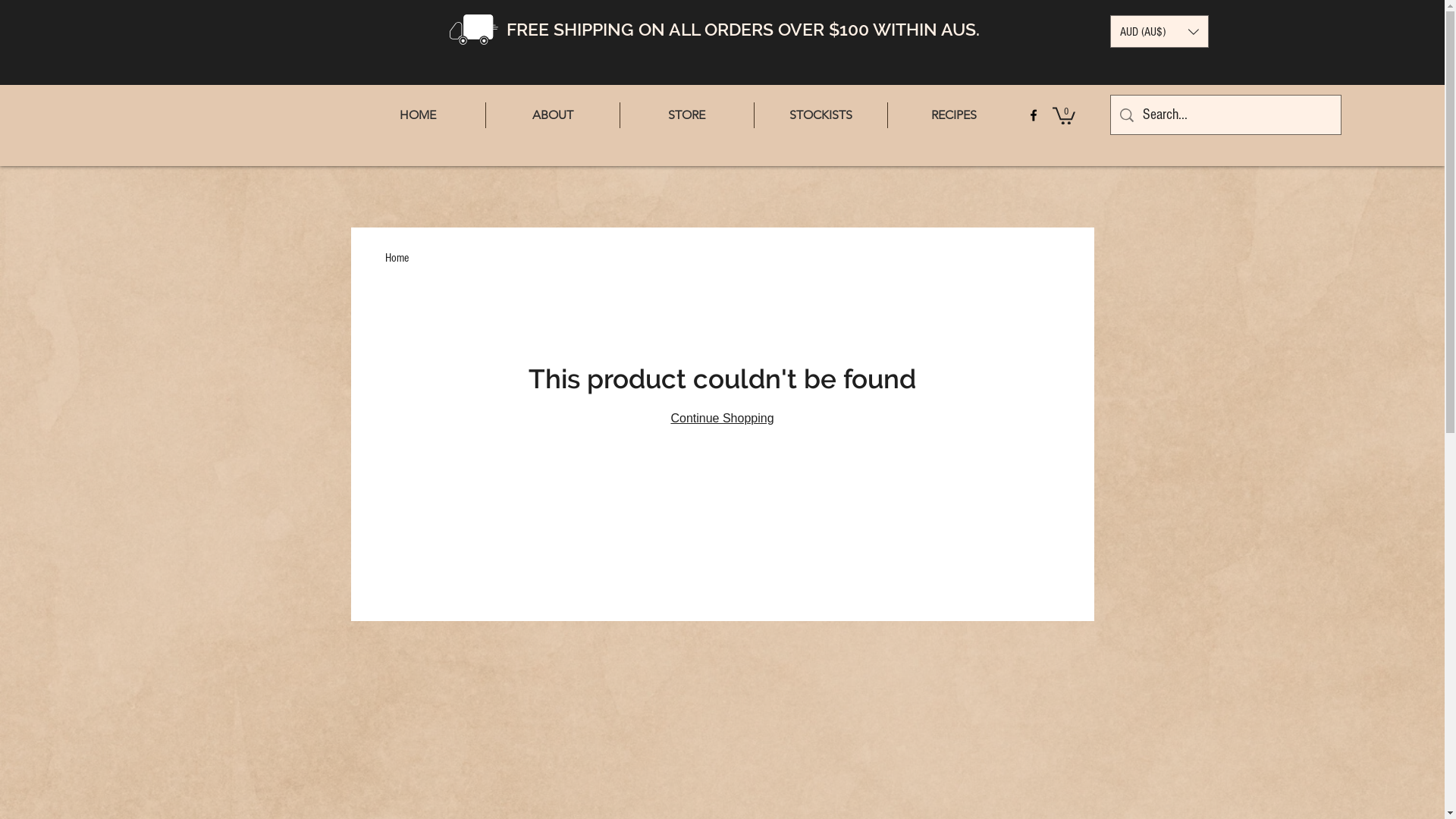 This screenshot has width=1456, height=819. Describe the element at coordinates (887, 114) in the screenshot. I see `'RECIPES'` at that location.